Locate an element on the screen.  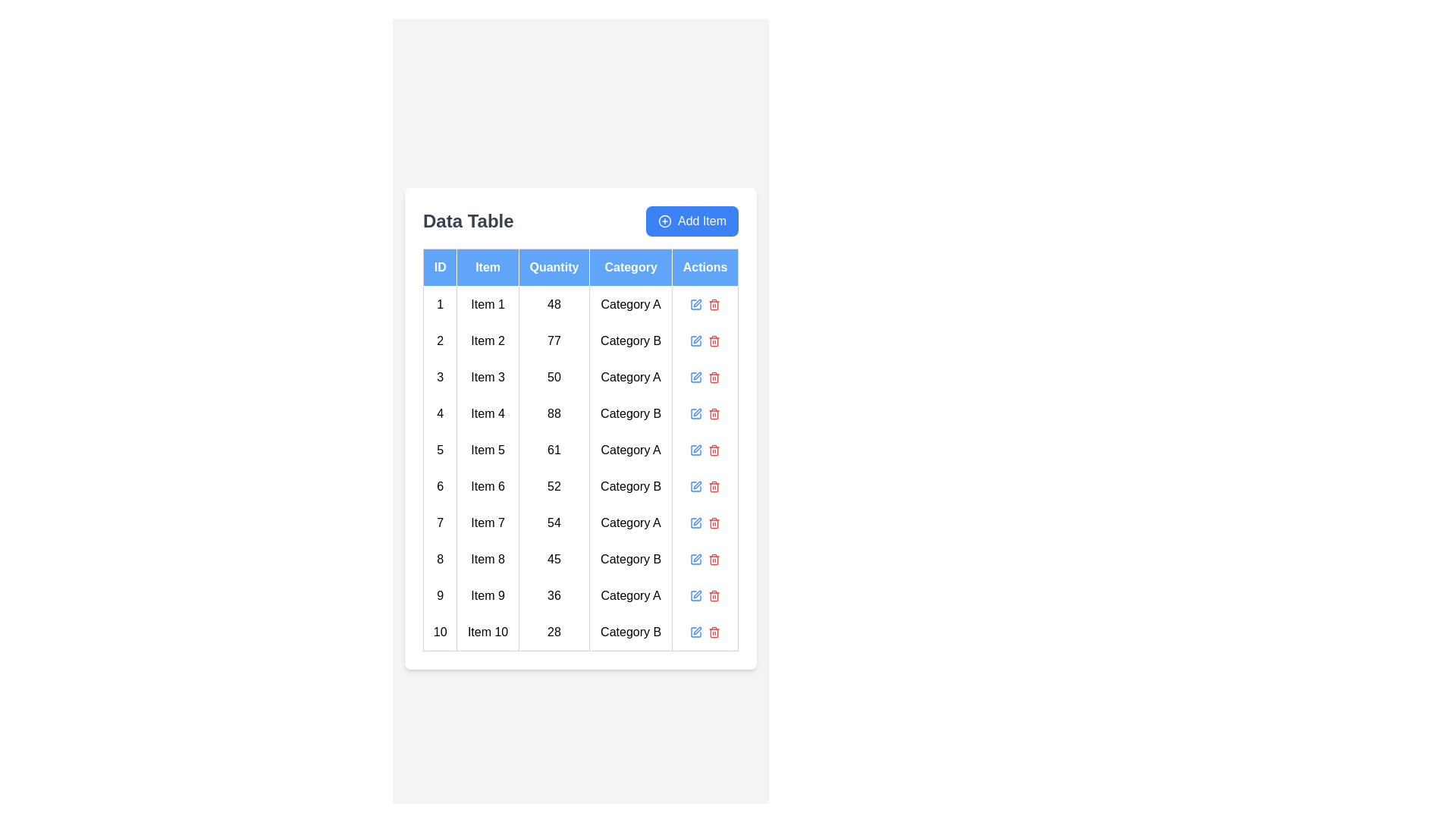
the Text label representing the ID number for the fifth entry in the data table, located in the leftmost cell of the fifth row is located at coordinates (439, 449).